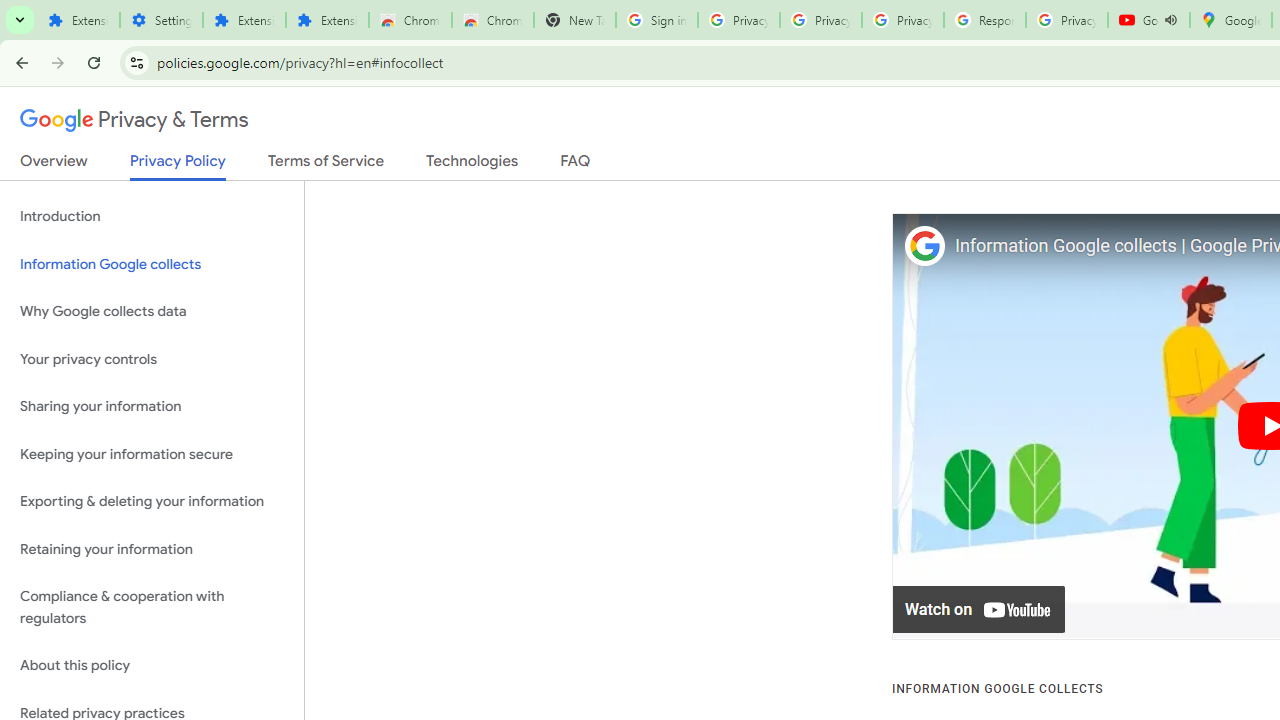 This screenshot has height=720, width=1280. Describe the element at coordinates (151, 454) in the screenshot. I see `'Keeping your information secure'` at that location.